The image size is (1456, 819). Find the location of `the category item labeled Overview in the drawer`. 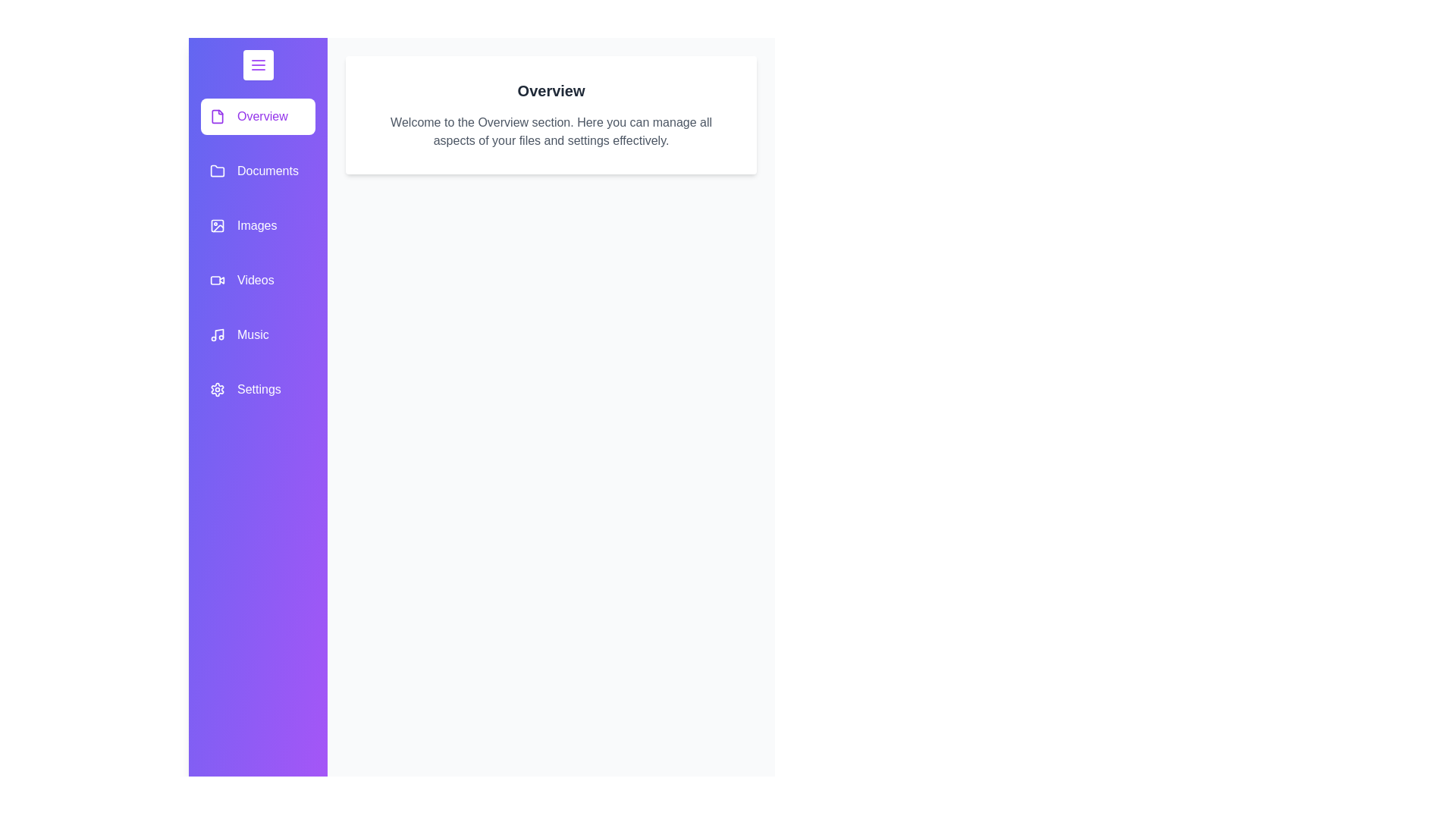

the category item labeled Overview in the drawer is located at coordinates (258, 116).